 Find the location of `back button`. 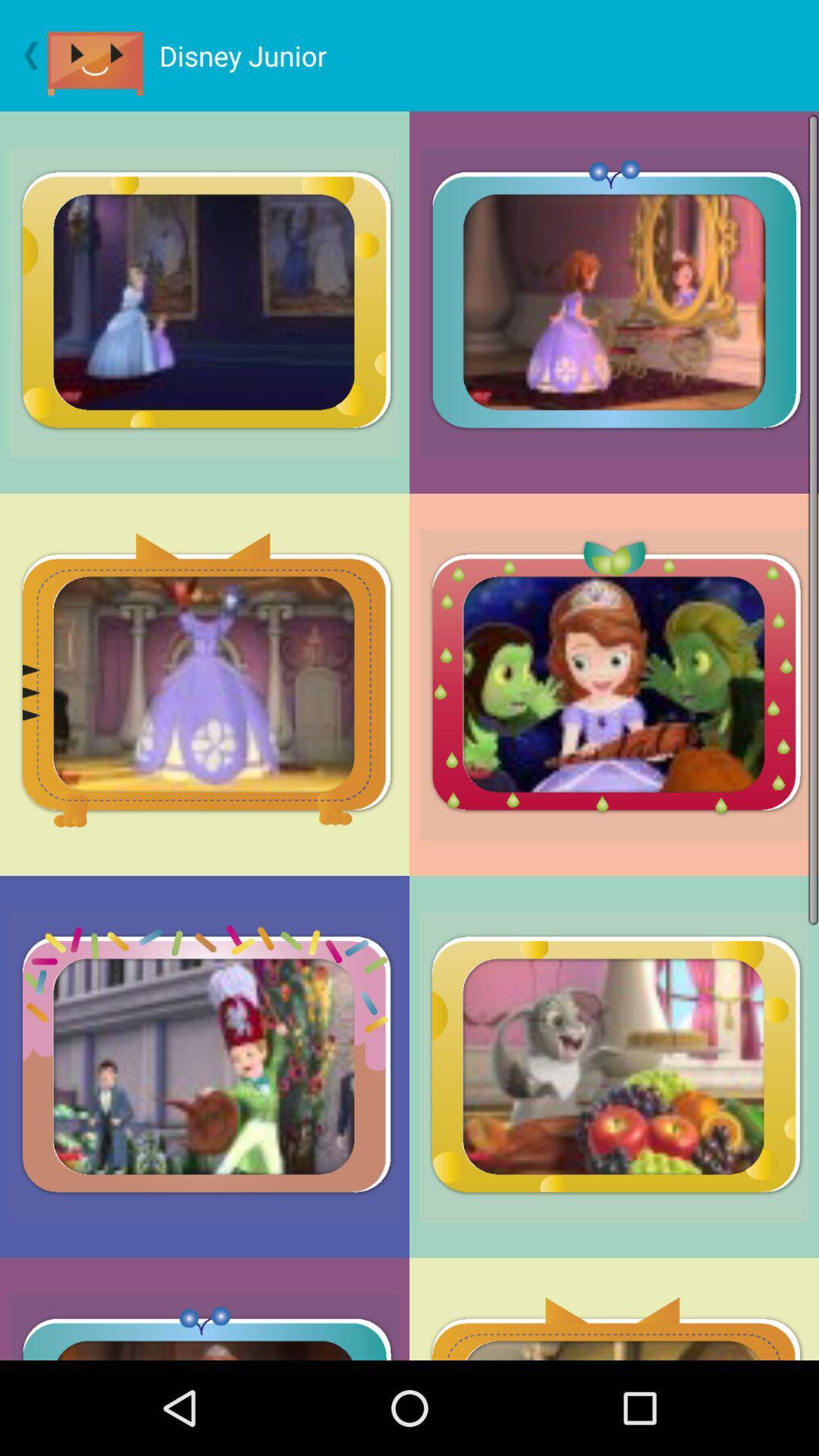

back button is located at coordinates (24, 55).